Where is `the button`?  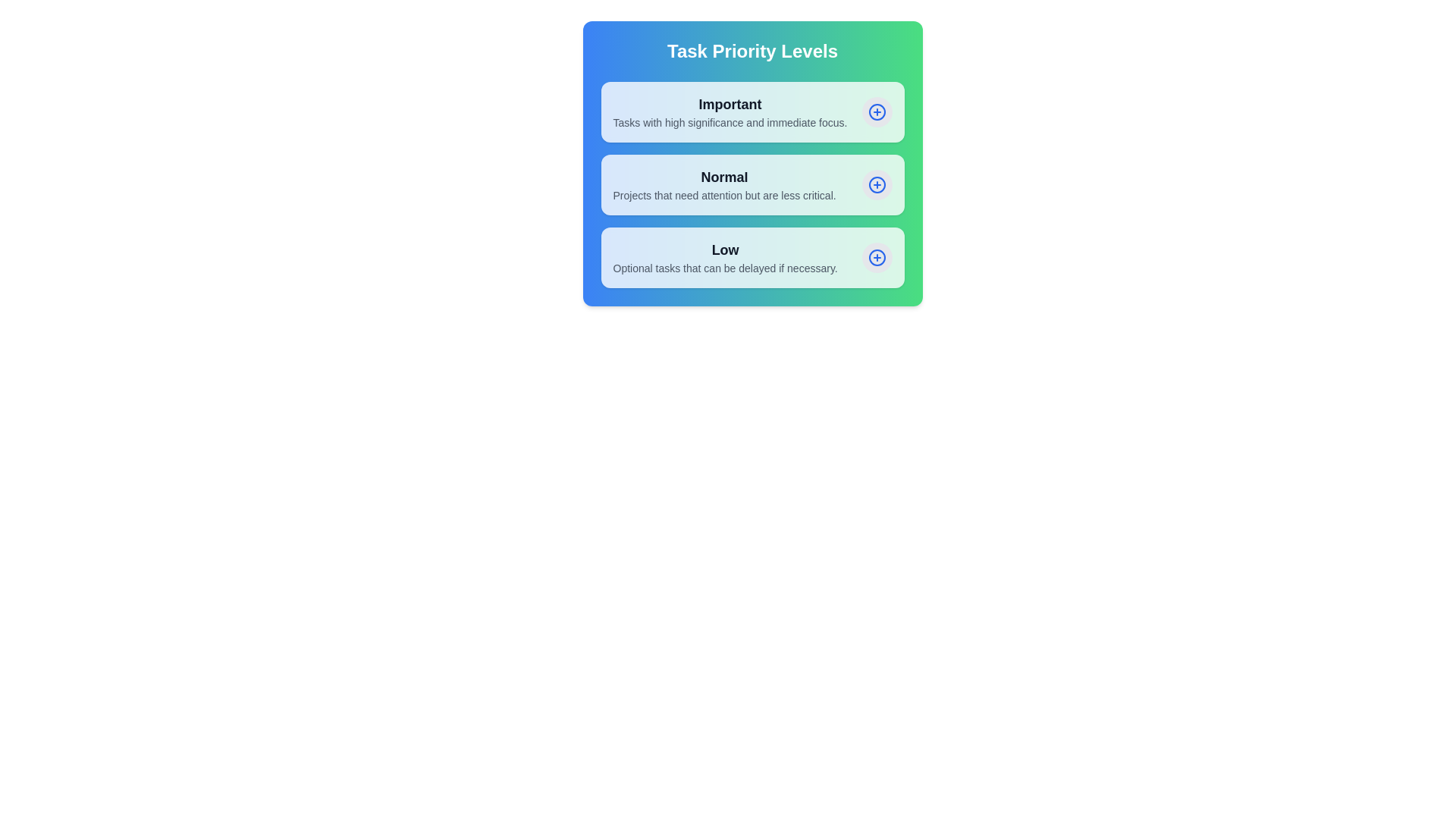 the button is located at coordinates (877, 184).